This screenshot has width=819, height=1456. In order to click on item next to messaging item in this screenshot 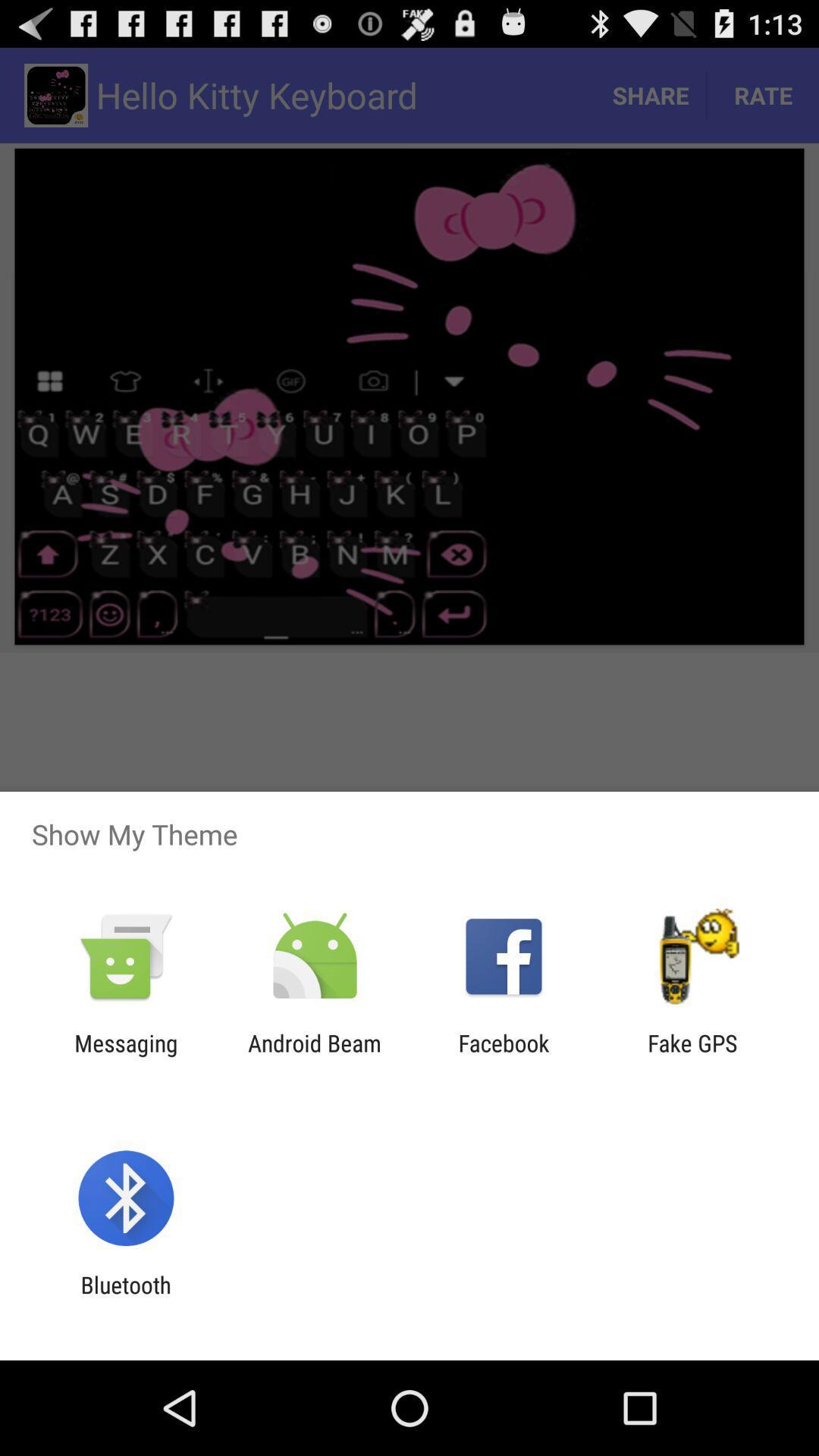, I will do `click(314, 1056)`.